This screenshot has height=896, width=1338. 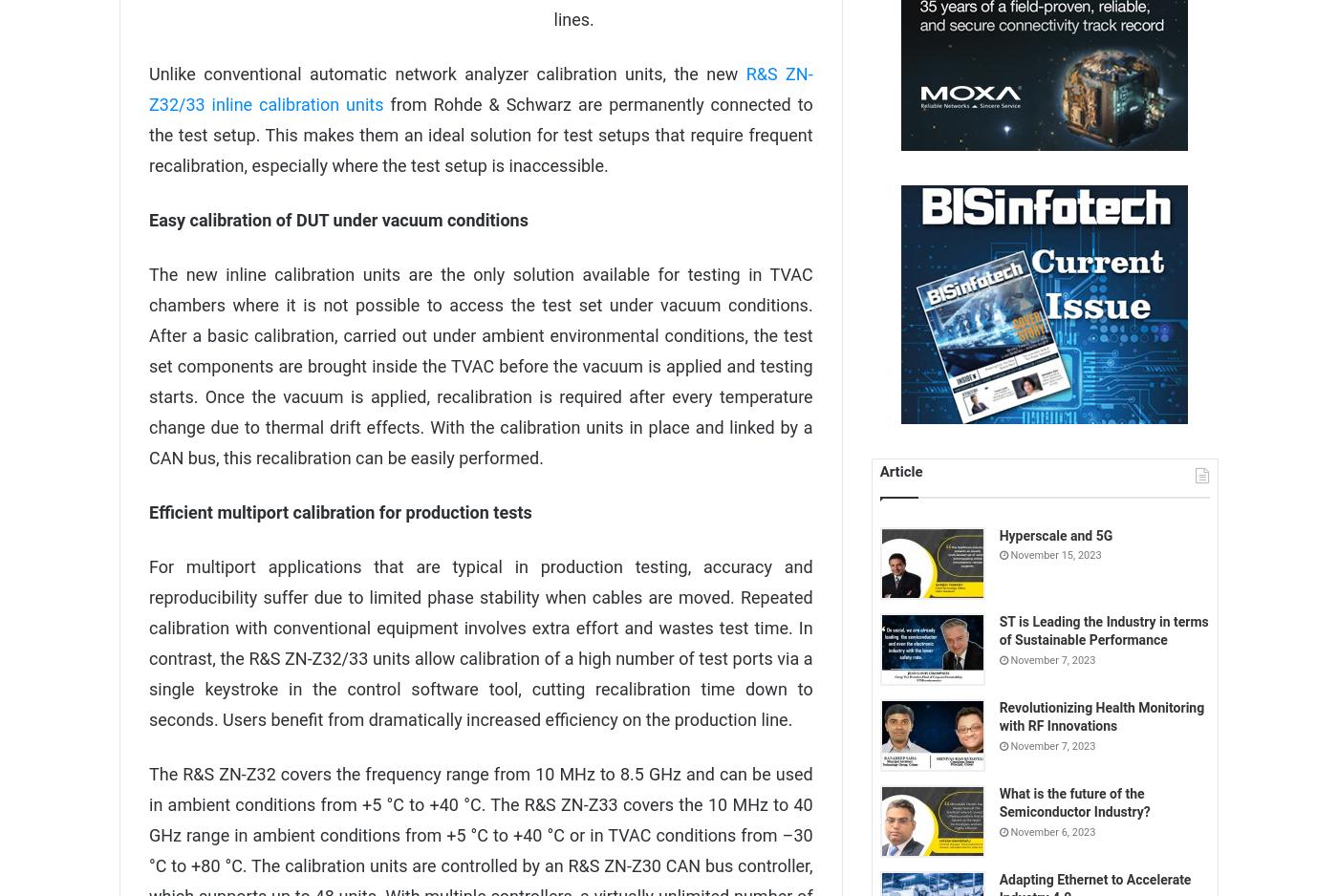 I want to click on 'For multiport applications that are typical in production testing, accuracy and reproducibility suffer due to limited phase stability when cables are moved. Repeated calibration with conventional equipment involves extra effort and wastes test time. In contrast, the R&S ZN-Z32/33 units allow calibration of a high number of test ports via a single keystroke in the control software tool, cutting recalibration time down to seconds. Users benefit from dramatically increased efficiency on the production line.', so click(x=480, y=642).